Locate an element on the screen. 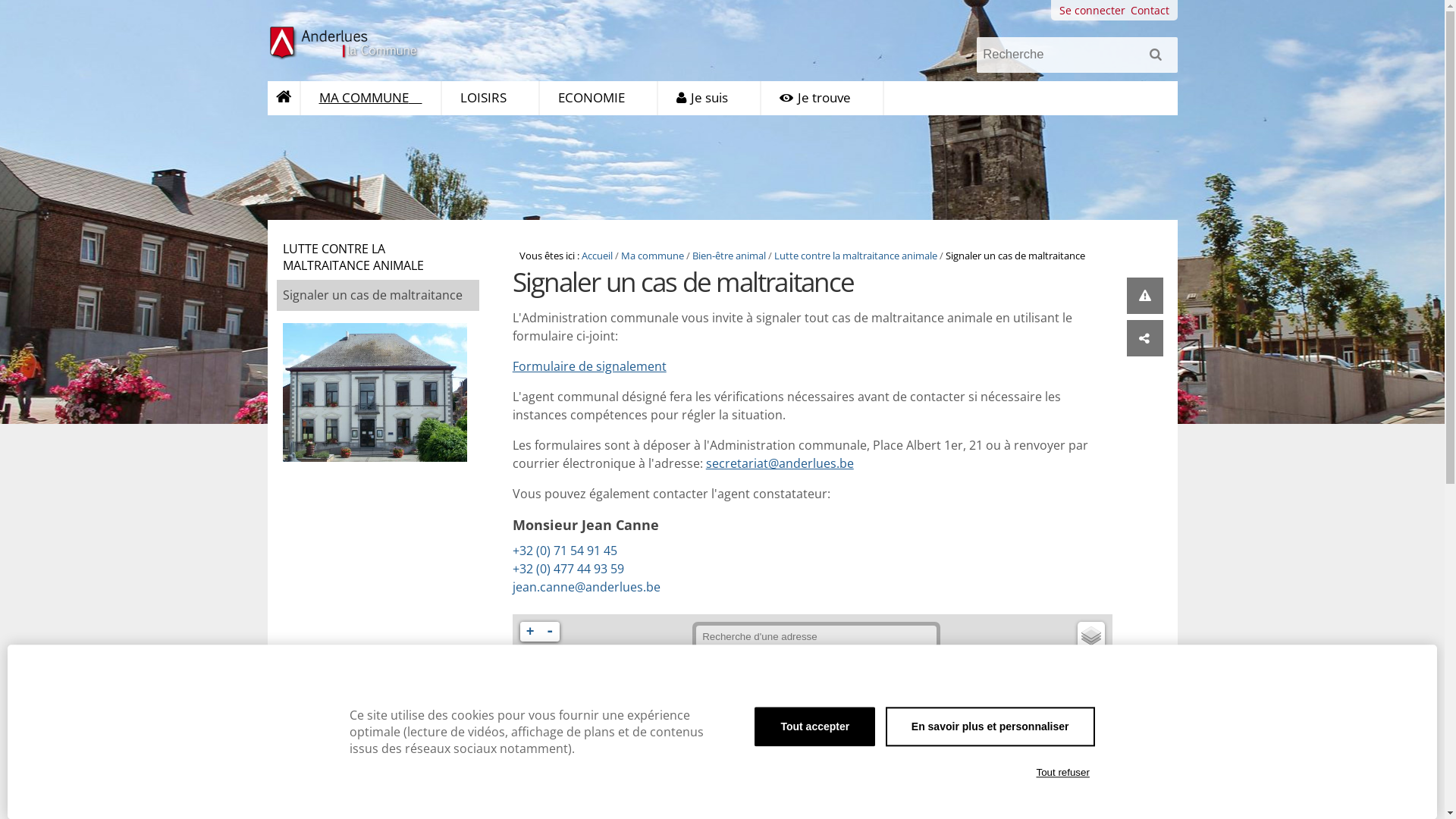 The width and height of the screenshot is (1456, 819). 'Recherche' is located at coordinates (1076, 54).